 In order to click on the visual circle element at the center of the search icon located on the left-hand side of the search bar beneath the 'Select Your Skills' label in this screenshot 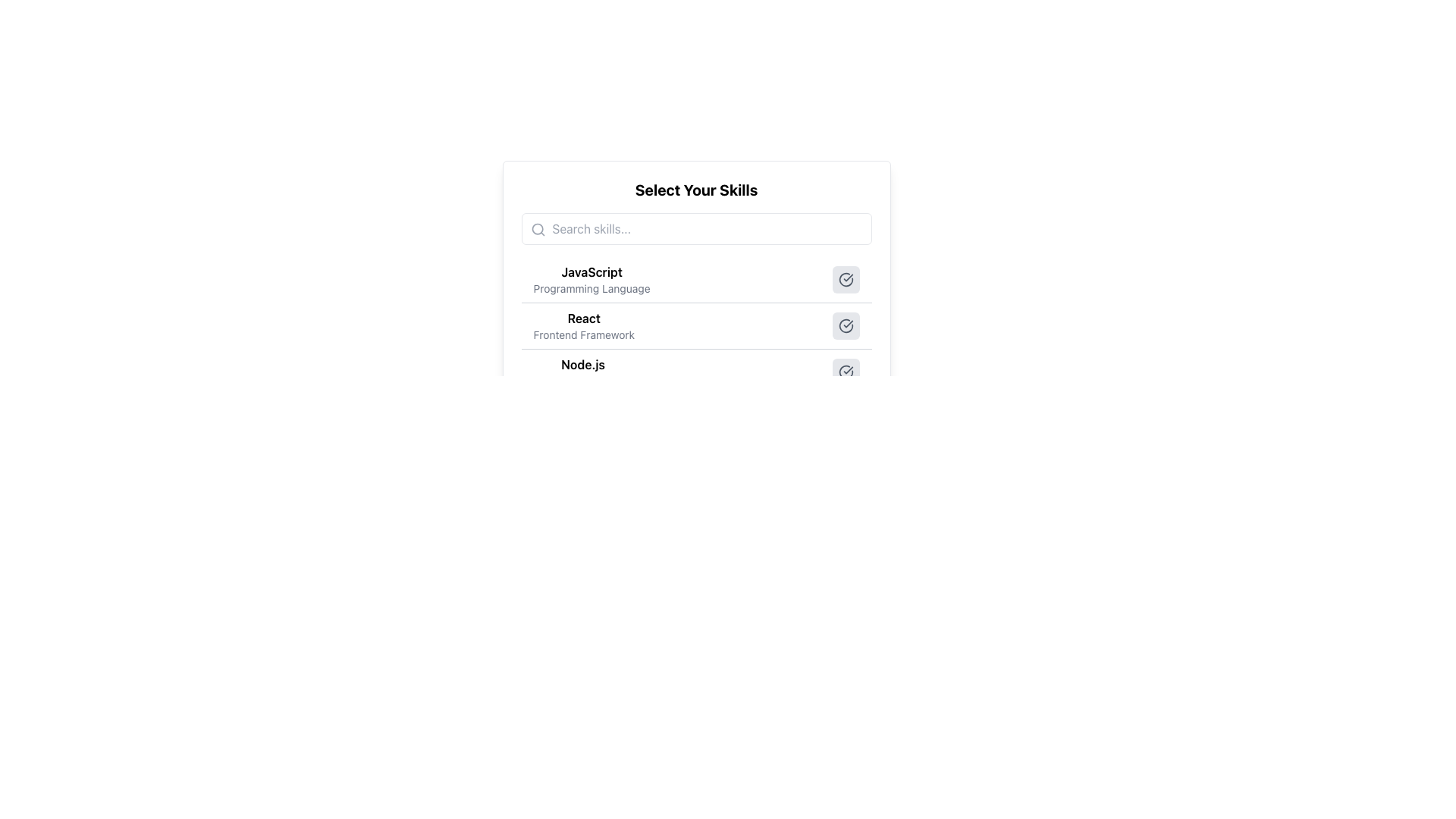, I will do `click(537, 229)`.